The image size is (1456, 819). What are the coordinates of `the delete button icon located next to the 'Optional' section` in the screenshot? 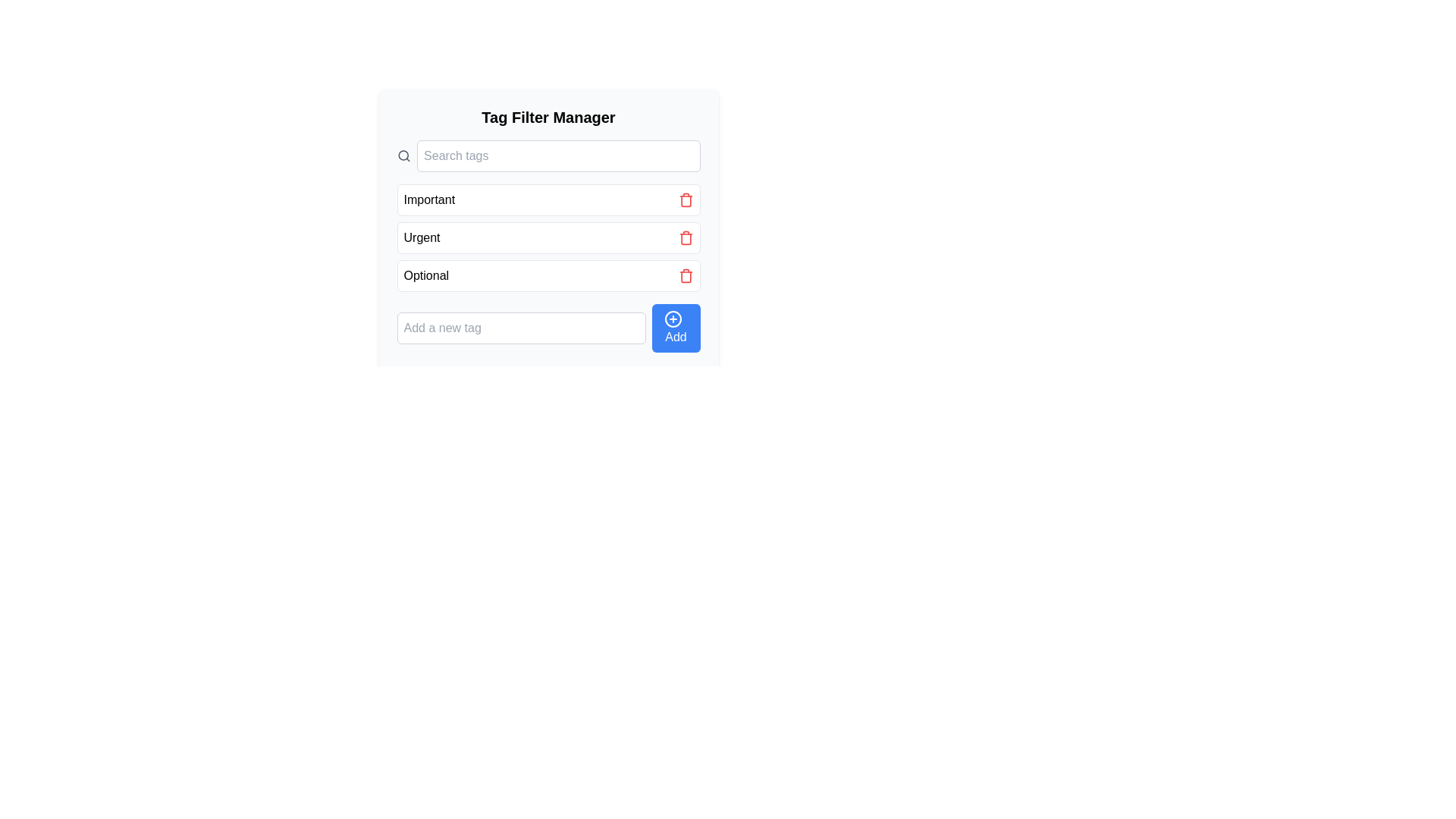 It's located at (685, 275).